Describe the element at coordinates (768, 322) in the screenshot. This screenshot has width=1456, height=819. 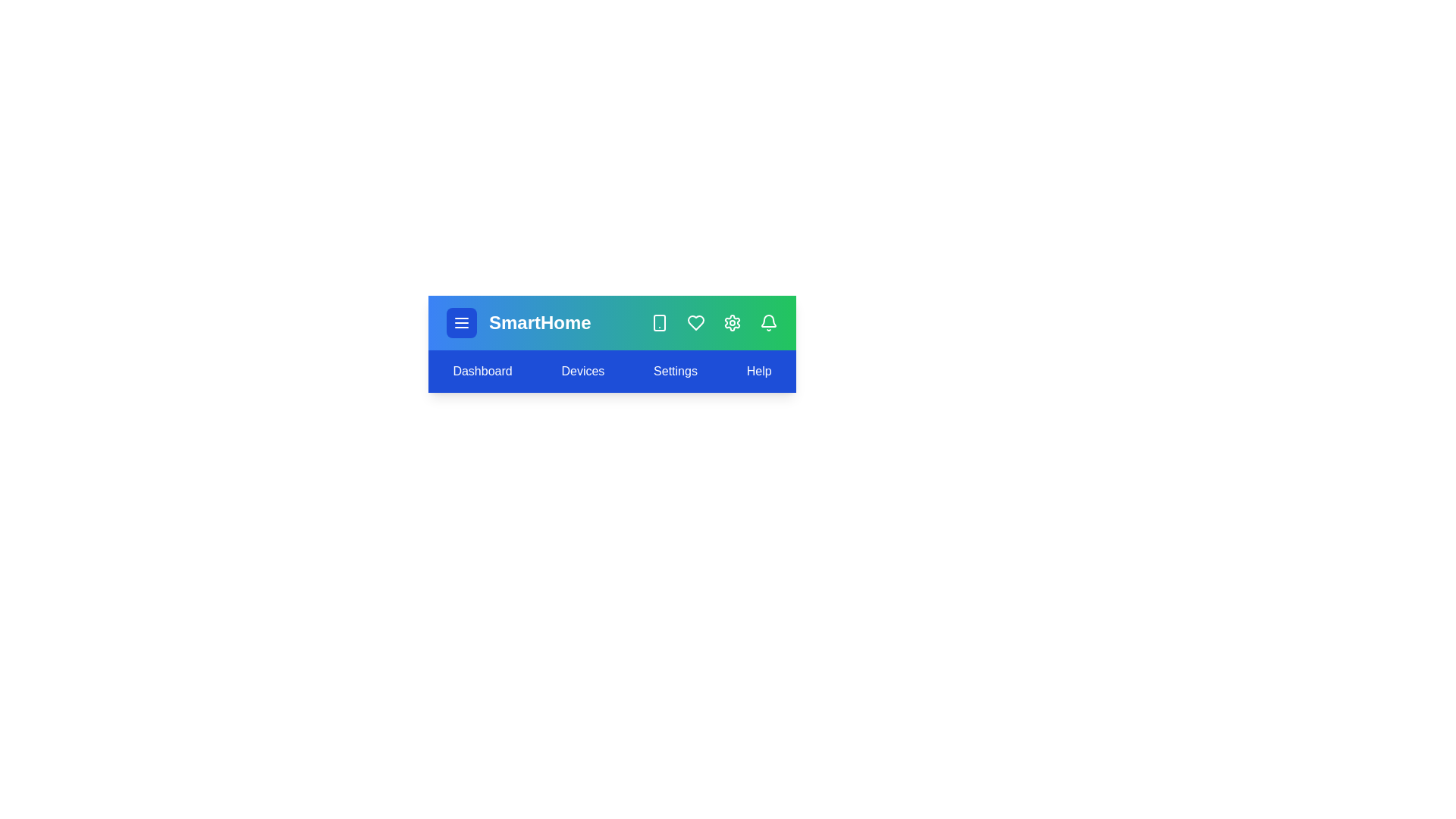
I see `the 'Bell' icon in the app bar` at that location.